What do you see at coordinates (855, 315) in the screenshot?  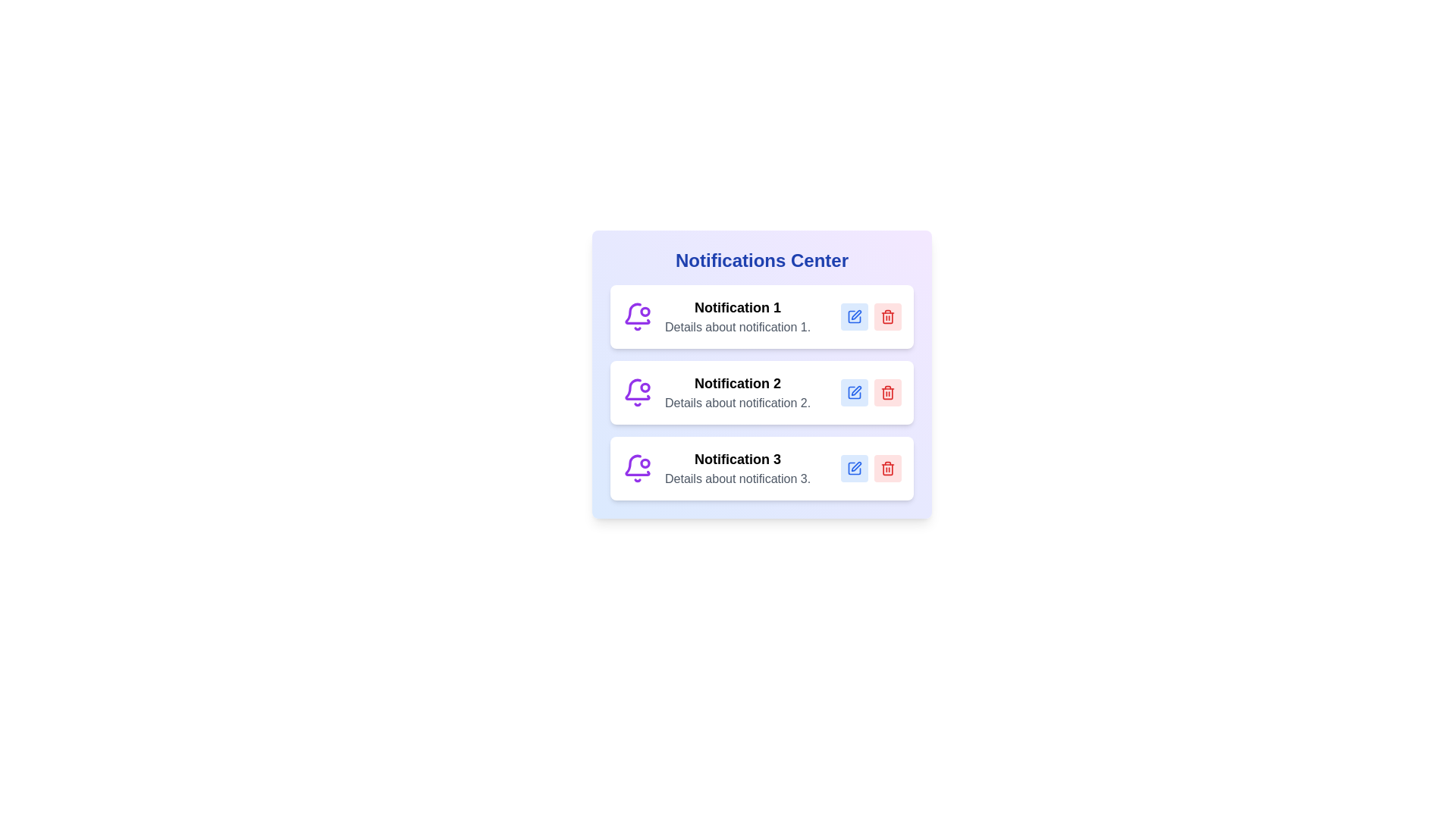 I see `the button with a light blue background and a darker blue pen icon, which is positioned to the right of the first notification item in the notifications list` at bounding box center [855, 315].